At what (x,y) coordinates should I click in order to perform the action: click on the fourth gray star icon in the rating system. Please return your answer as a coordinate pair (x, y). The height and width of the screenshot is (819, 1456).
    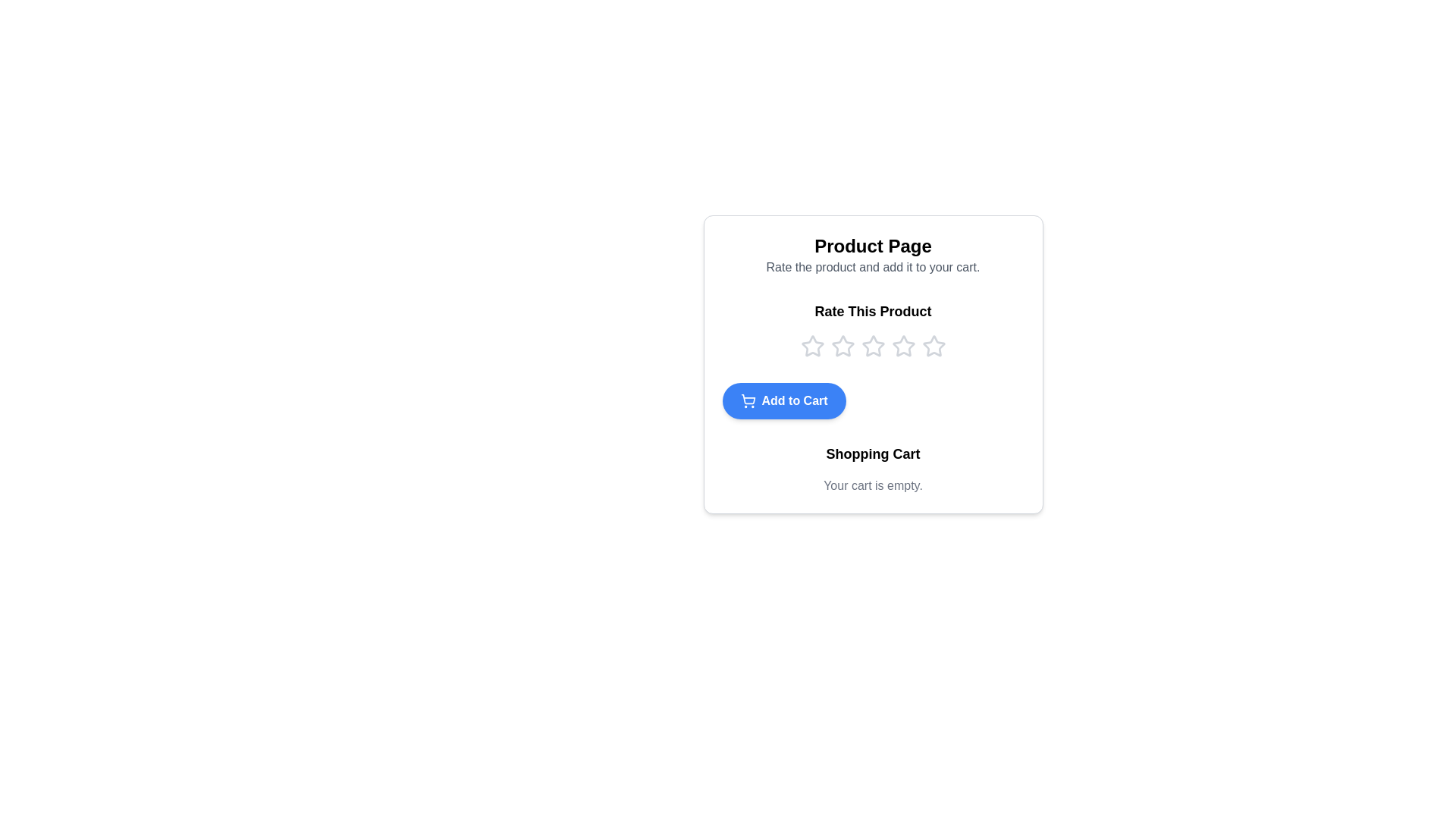
    Looking at the image, I should click on (873, 346).